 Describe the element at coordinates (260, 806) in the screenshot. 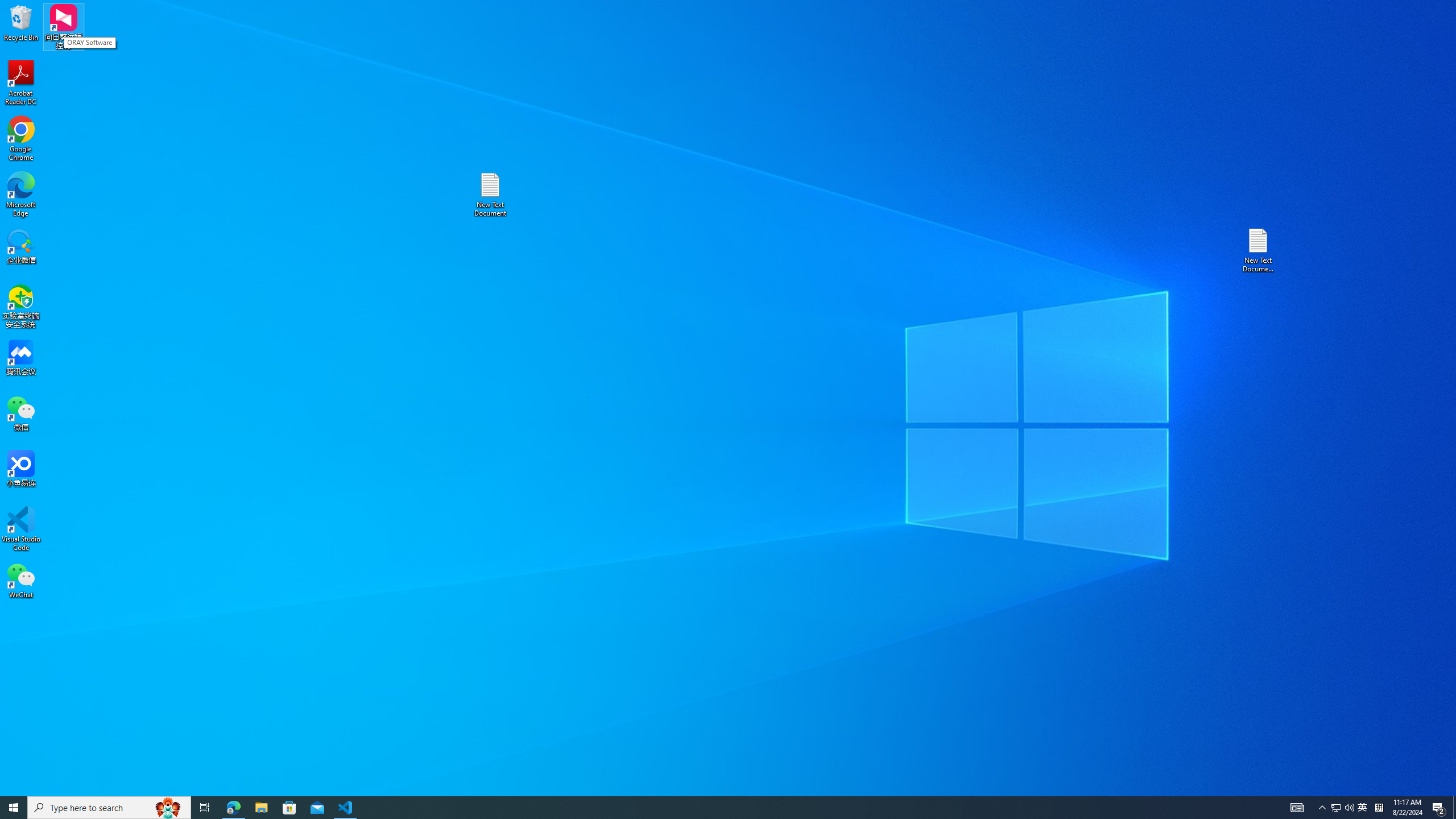

I see `'File Explorer'` at that location.